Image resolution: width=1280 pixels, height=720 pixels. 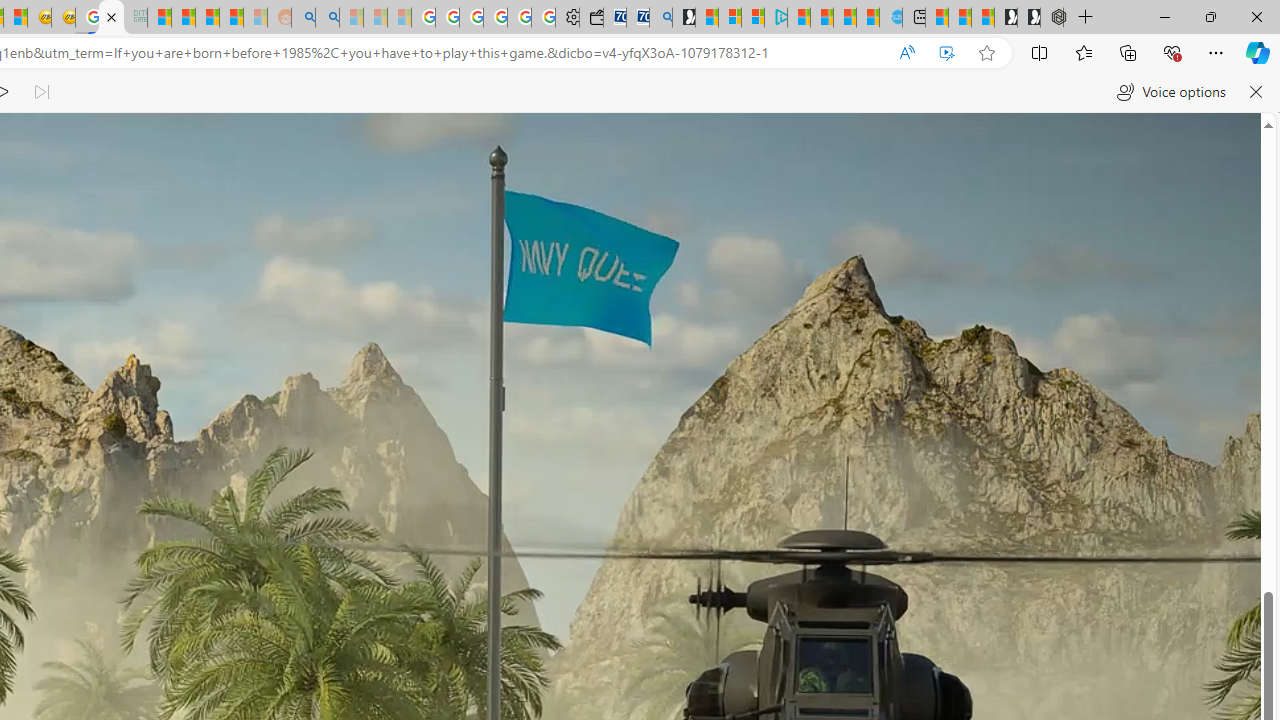 What do you see at coordinates (40, 92) in the screenshot?
I see `'Read next paragraph'` at bounding box center [40, 92].